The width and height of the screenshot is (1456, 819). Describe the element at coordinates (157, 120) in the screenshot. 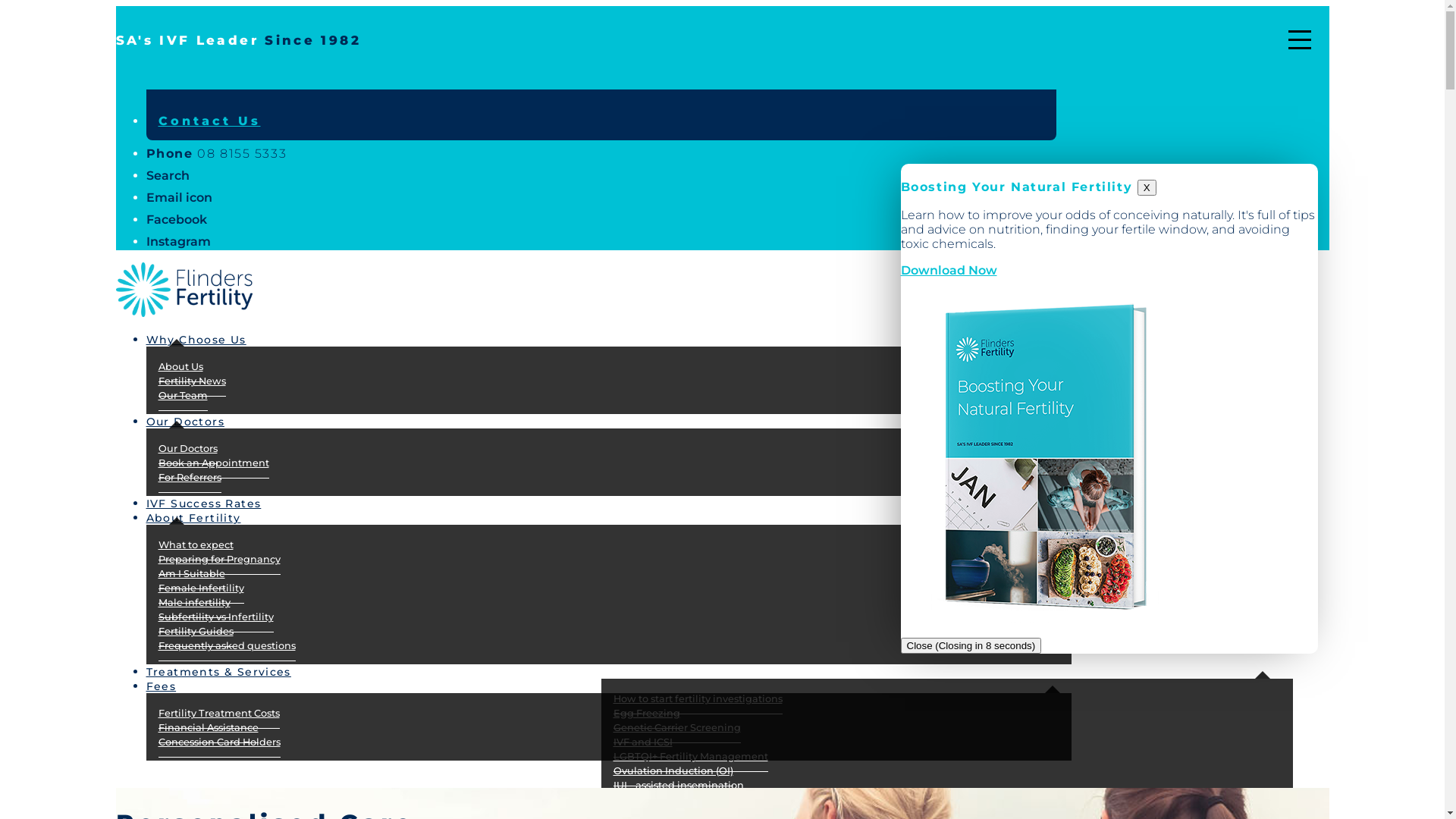

I see `'Contact Us'` at that location.